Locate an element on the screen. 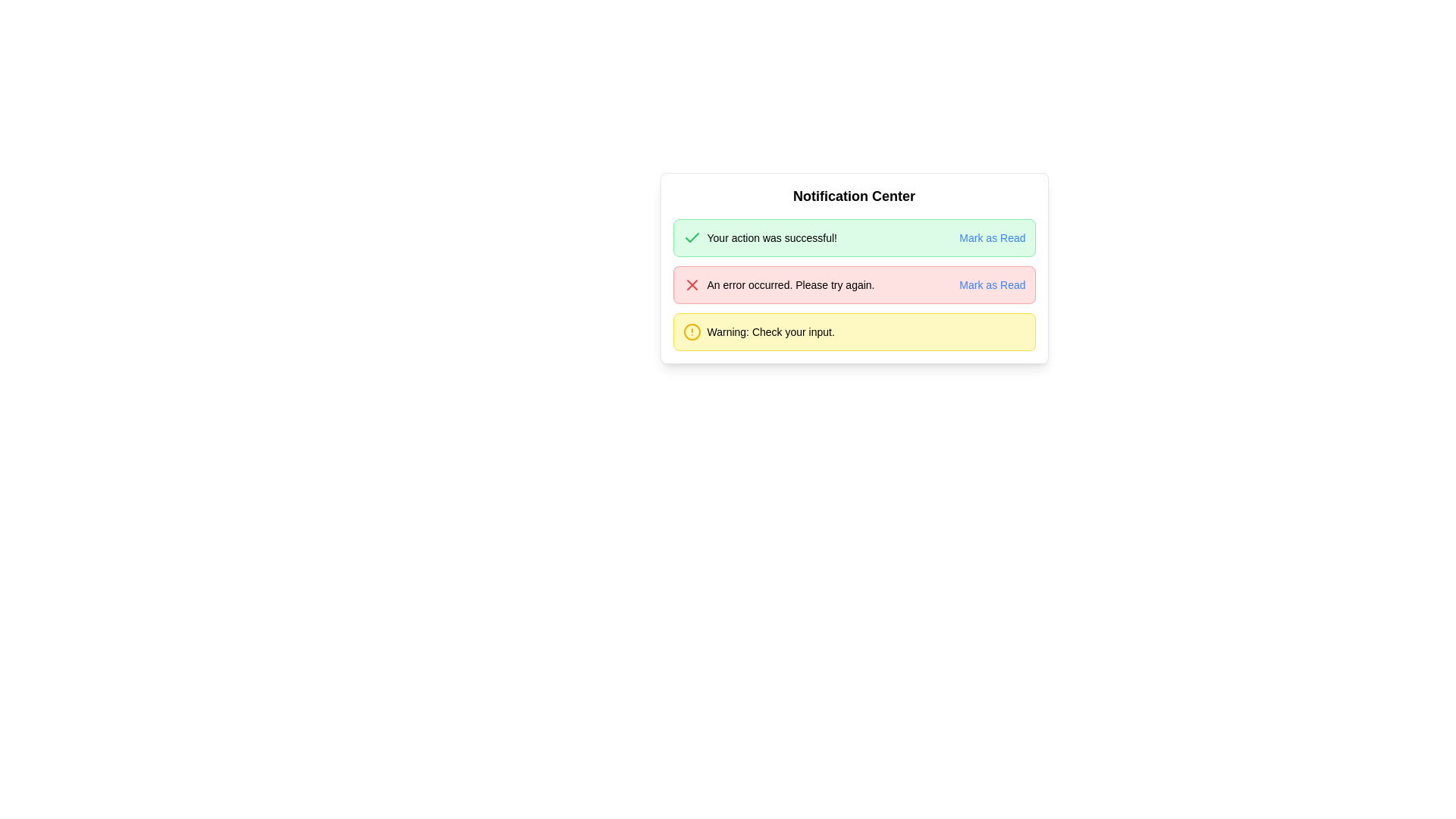 This screenshot has height=819, width=1456. the static text label that conveys an error notification to the user, positioned between the 'X' icon and the 'Mark as Read' label is located at coordinates (789, 284).